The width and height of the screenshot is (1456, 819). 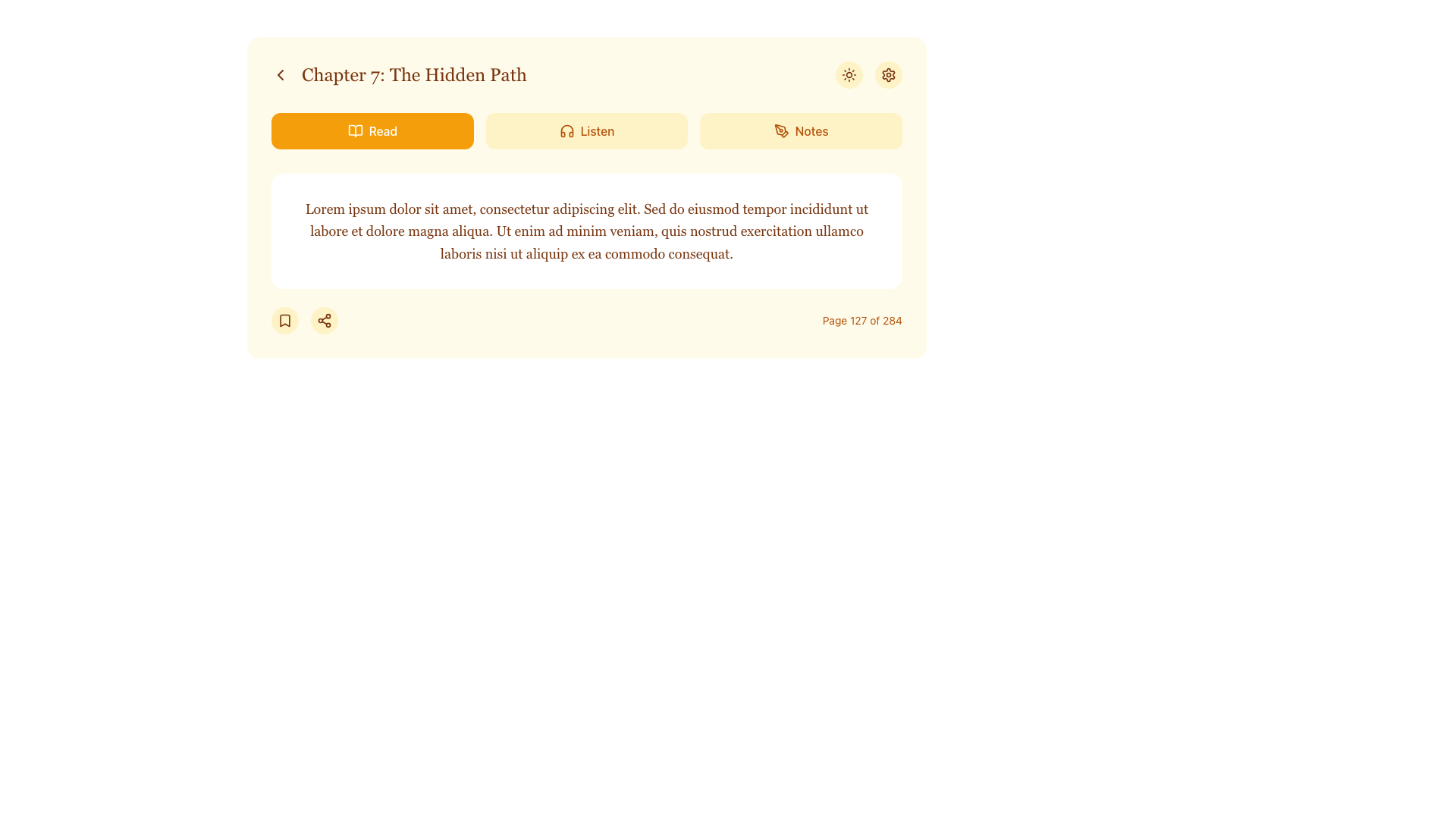 What do you see at coordinates (585, 231) in the screenshot?
I see `the text block containing 'Lorem ipsum dolor sit amet, consectetur adipiscing elit...' which is located below the buttons labeled 'Read', 'Listen', and 'Notes', and above the footer displaying pagination information` at bounding box center [585, 231].